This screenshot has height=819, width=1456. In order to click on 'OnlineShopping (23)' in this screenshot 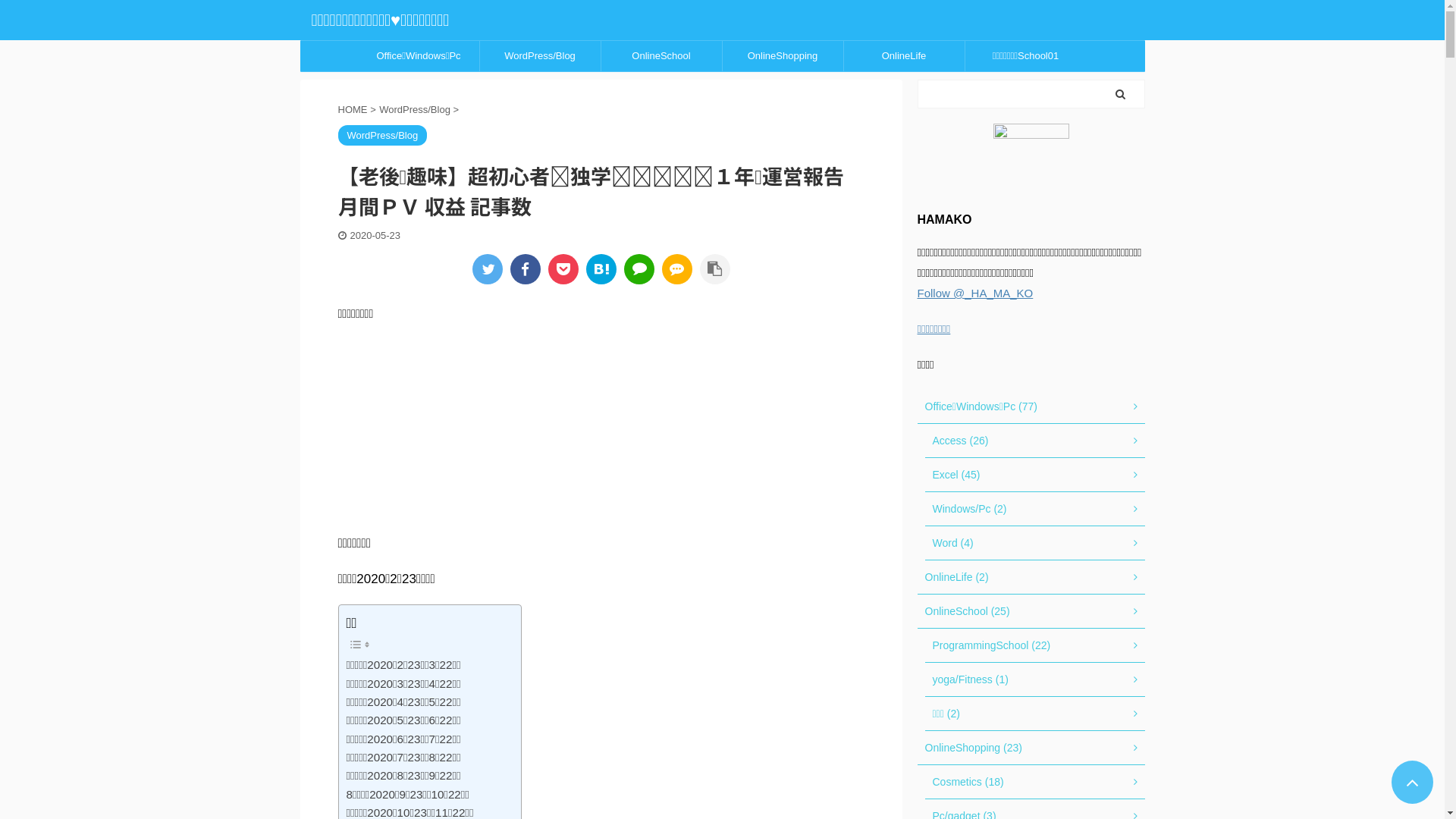, I will do `click(1031, 747)`.